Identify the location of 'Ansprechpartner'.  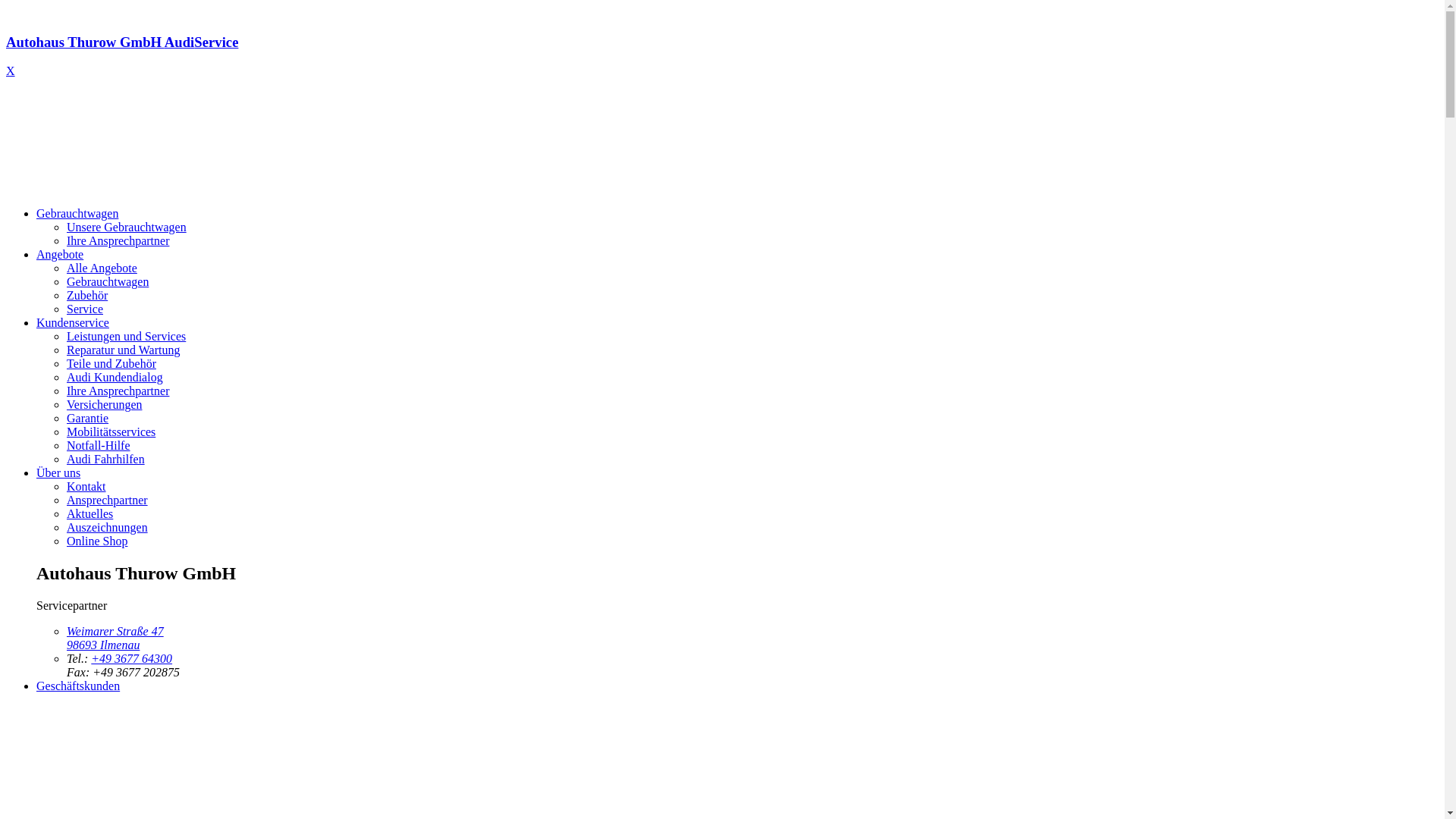
(106, 500).